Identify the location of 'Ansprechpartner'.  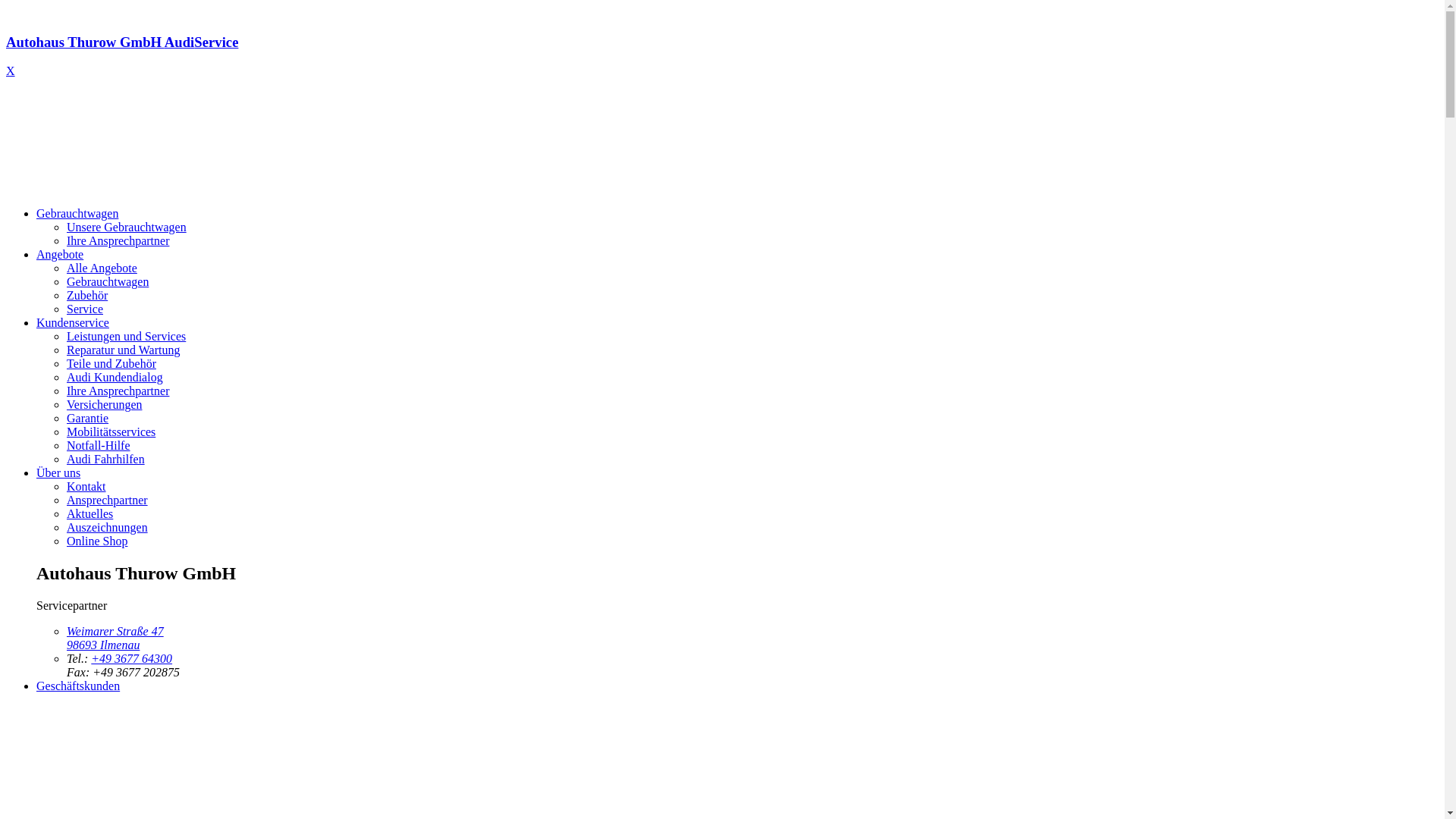
(106, 500).